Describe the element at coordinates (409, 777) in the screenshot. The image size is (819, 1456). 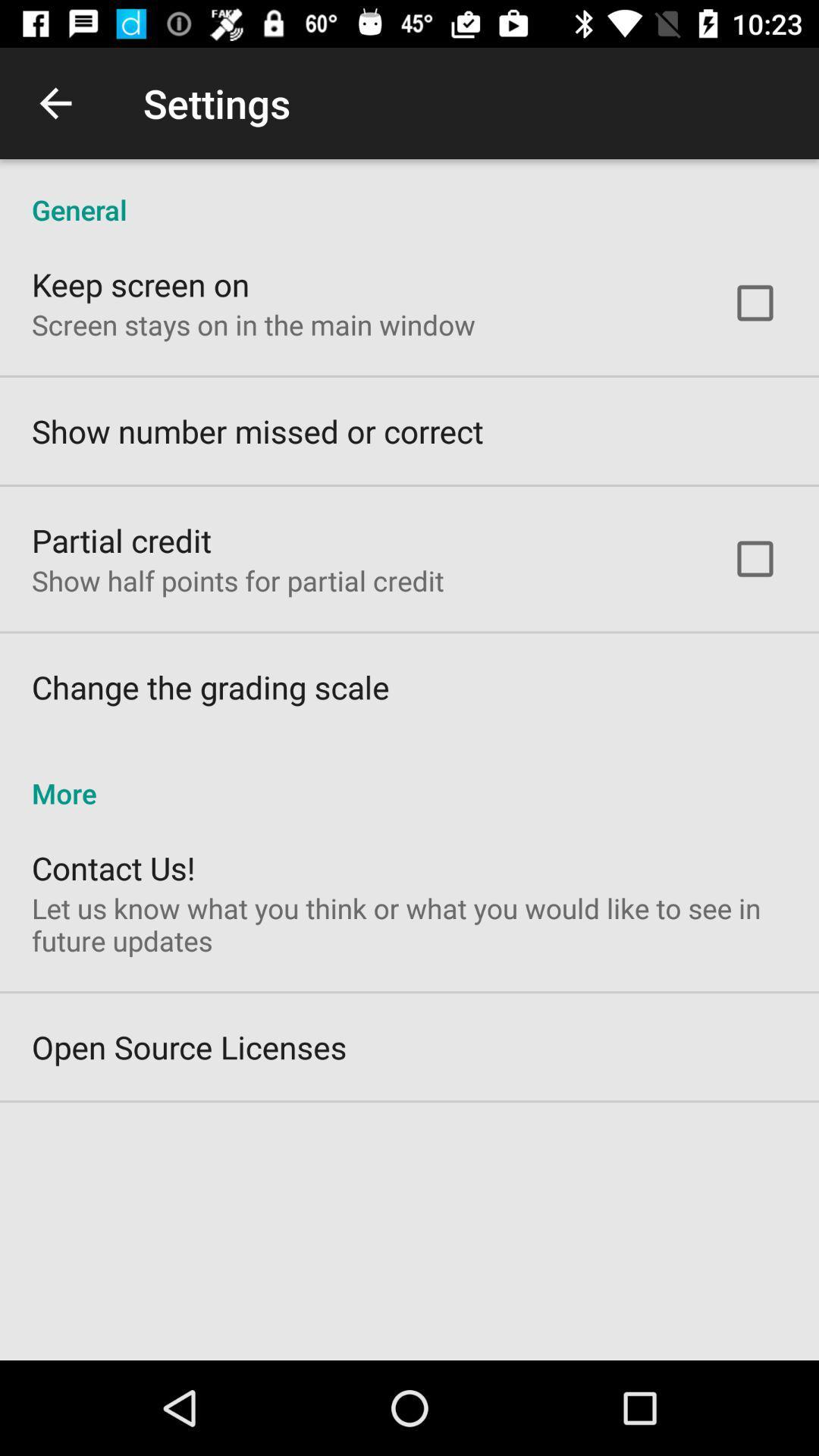
I see `more icon` at that location.